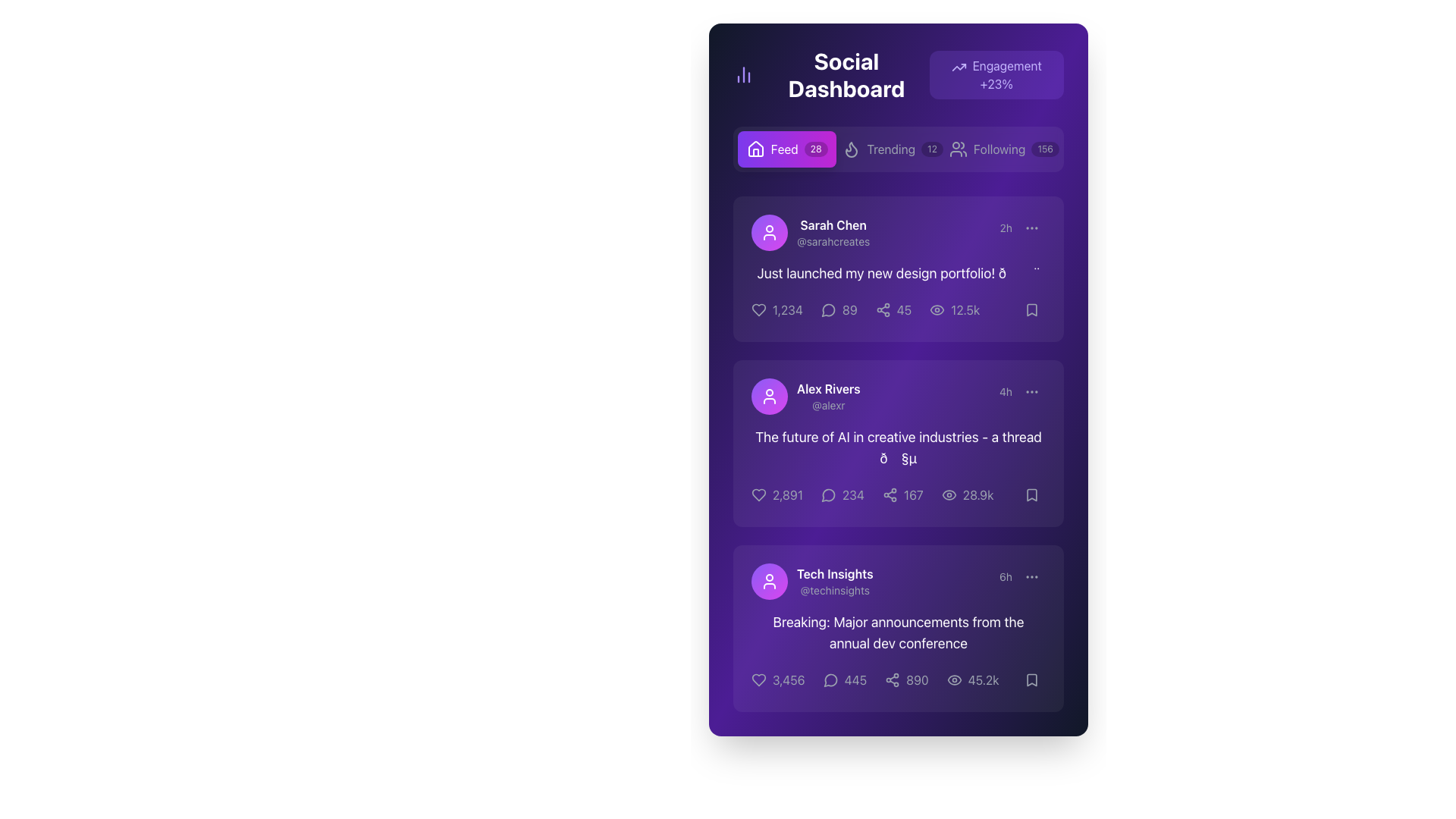 Image resolution: width=1456 pixels, height=819 pixels. What do you see at coordinates (931, 149) in the screenshot?
I see `the Label displaying the numeric value '12', which indicates a count related to the 'Trending' category, positioned to the right of 'Trending' and left of 'Following'` at bounding box center [931, 149].